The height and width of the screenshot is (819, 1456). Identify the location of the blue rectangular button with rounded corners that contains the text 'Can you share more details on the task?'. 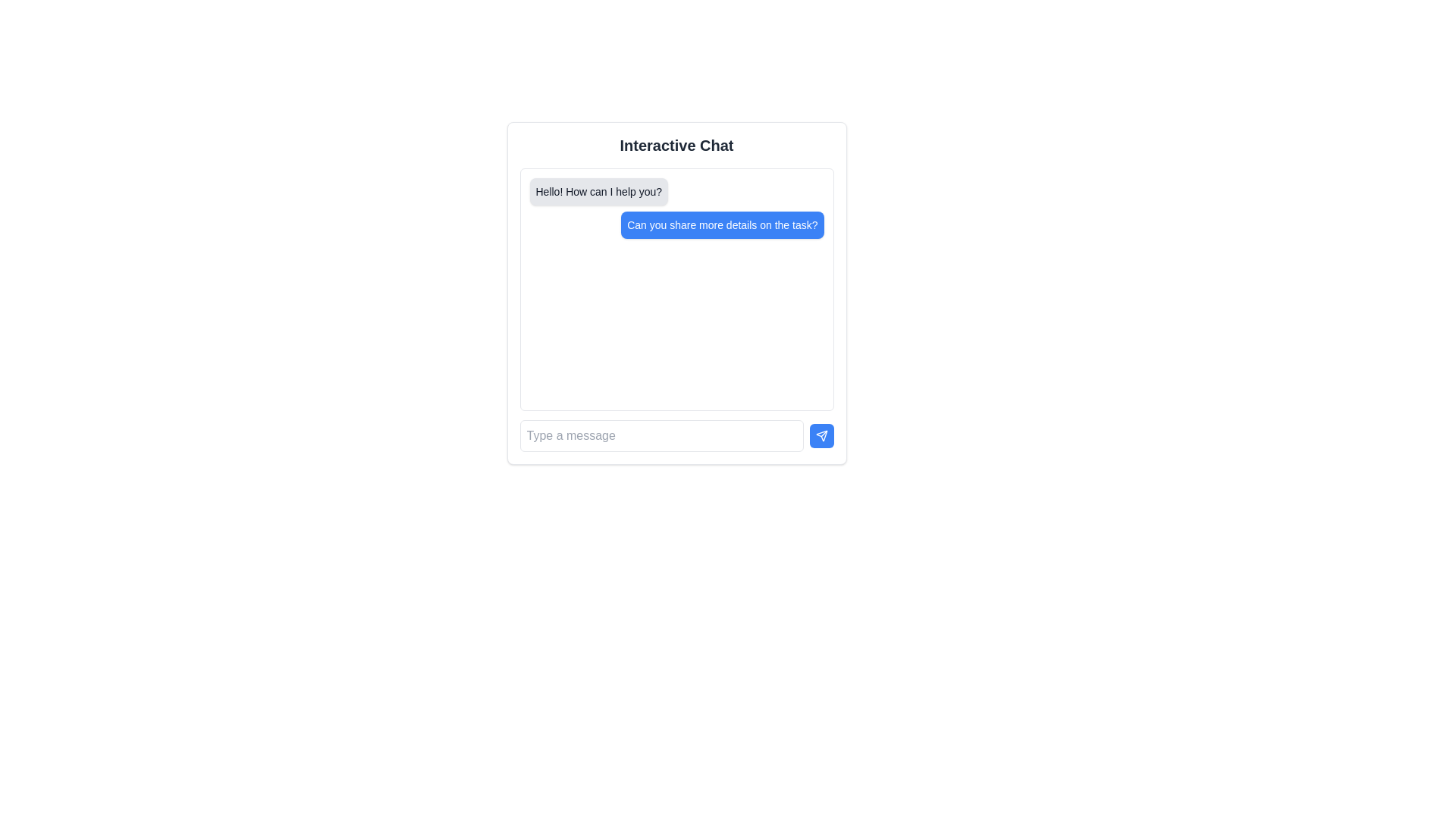
(721, 225).